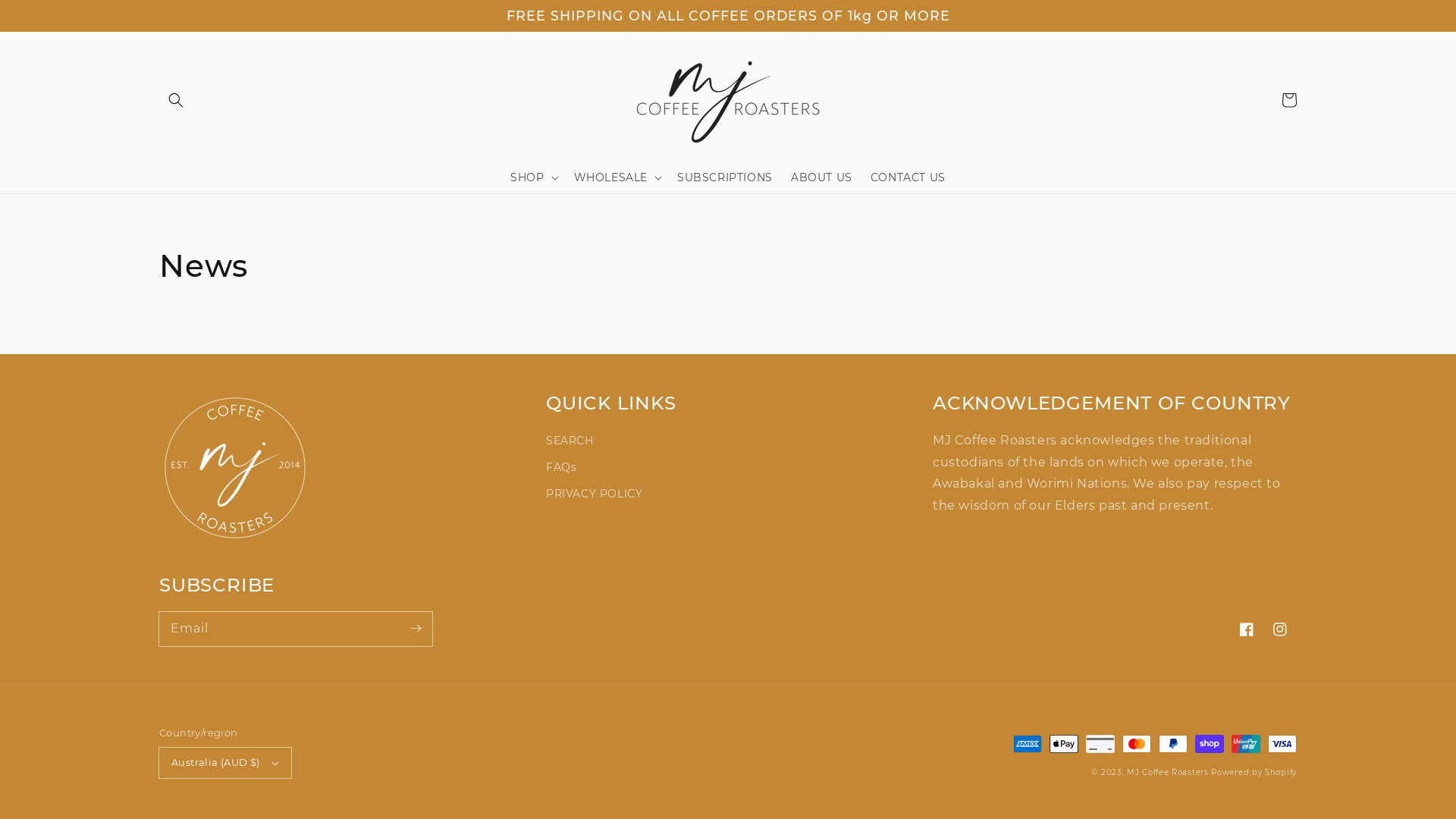  What do you see at coordinates (1254, 772) in the screenshot?
I see `'Powered by Shopify'` at bounding box center [1254, 772].